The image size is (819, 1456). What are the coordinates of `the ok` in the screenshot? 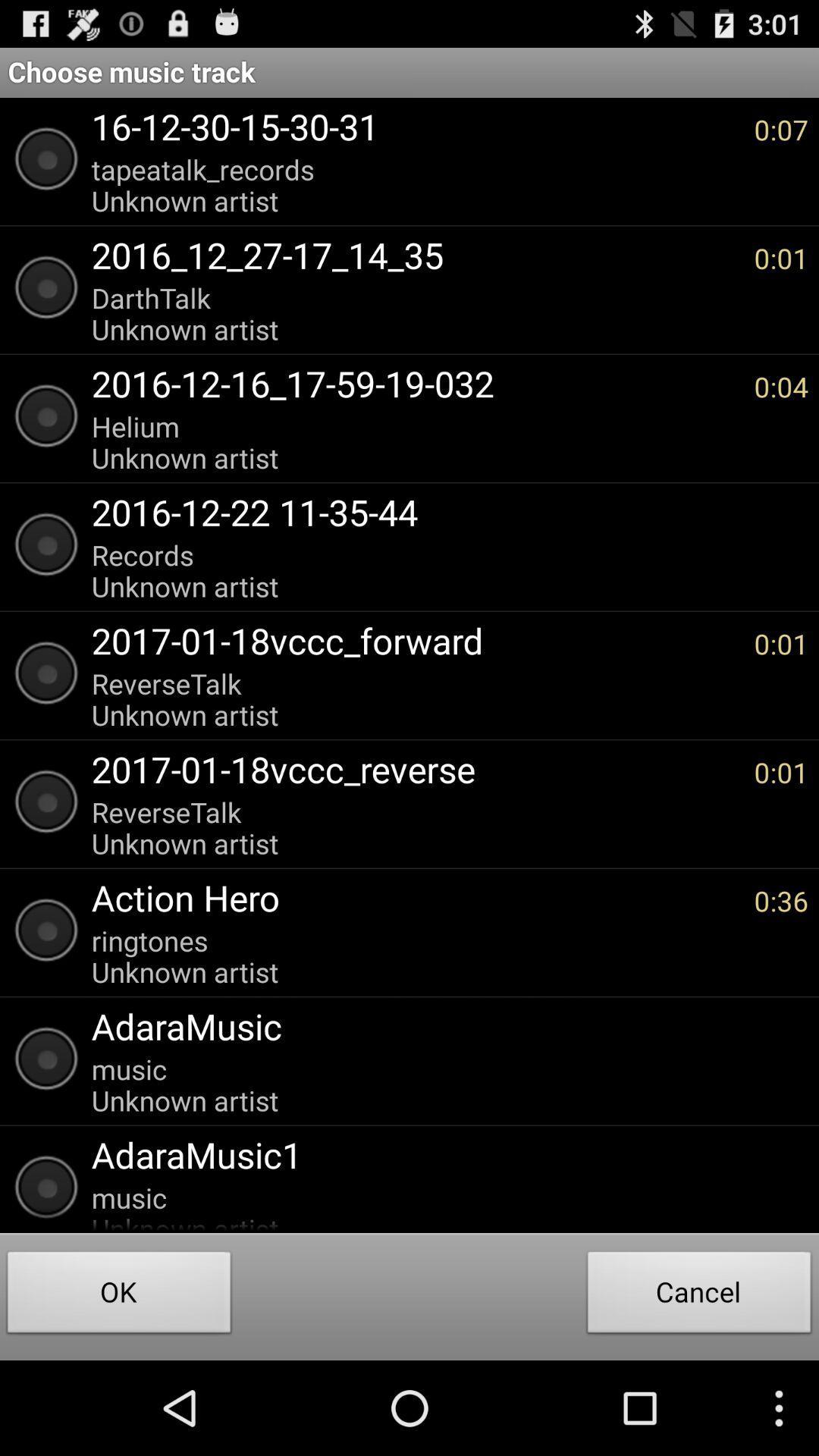 It's located at (118, 1295).